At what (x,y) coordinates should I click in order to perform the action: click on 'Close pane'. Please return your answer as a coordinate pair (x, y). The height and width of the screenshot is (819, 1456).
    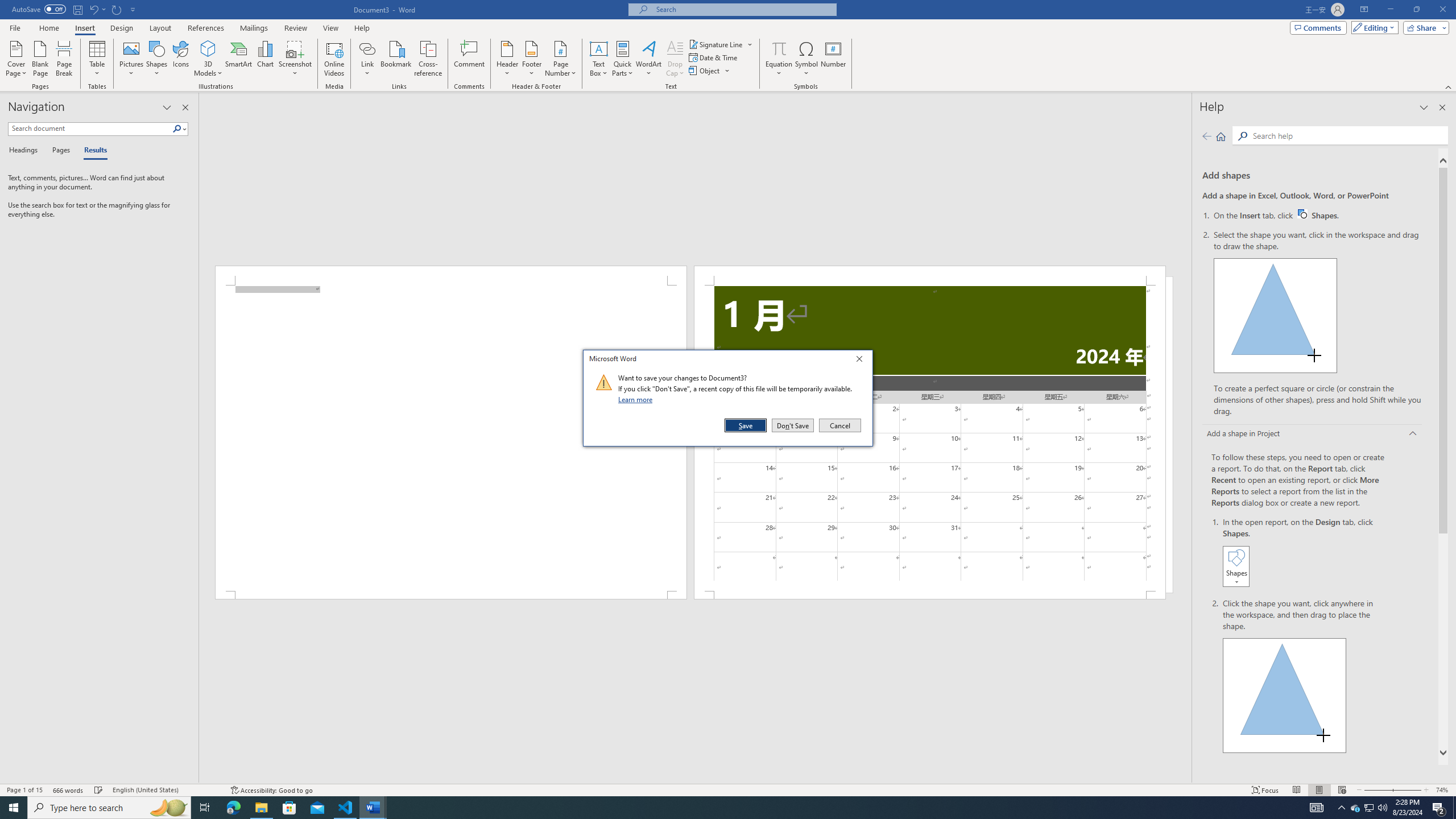
    Looking at the image, I should click on (185, 107).